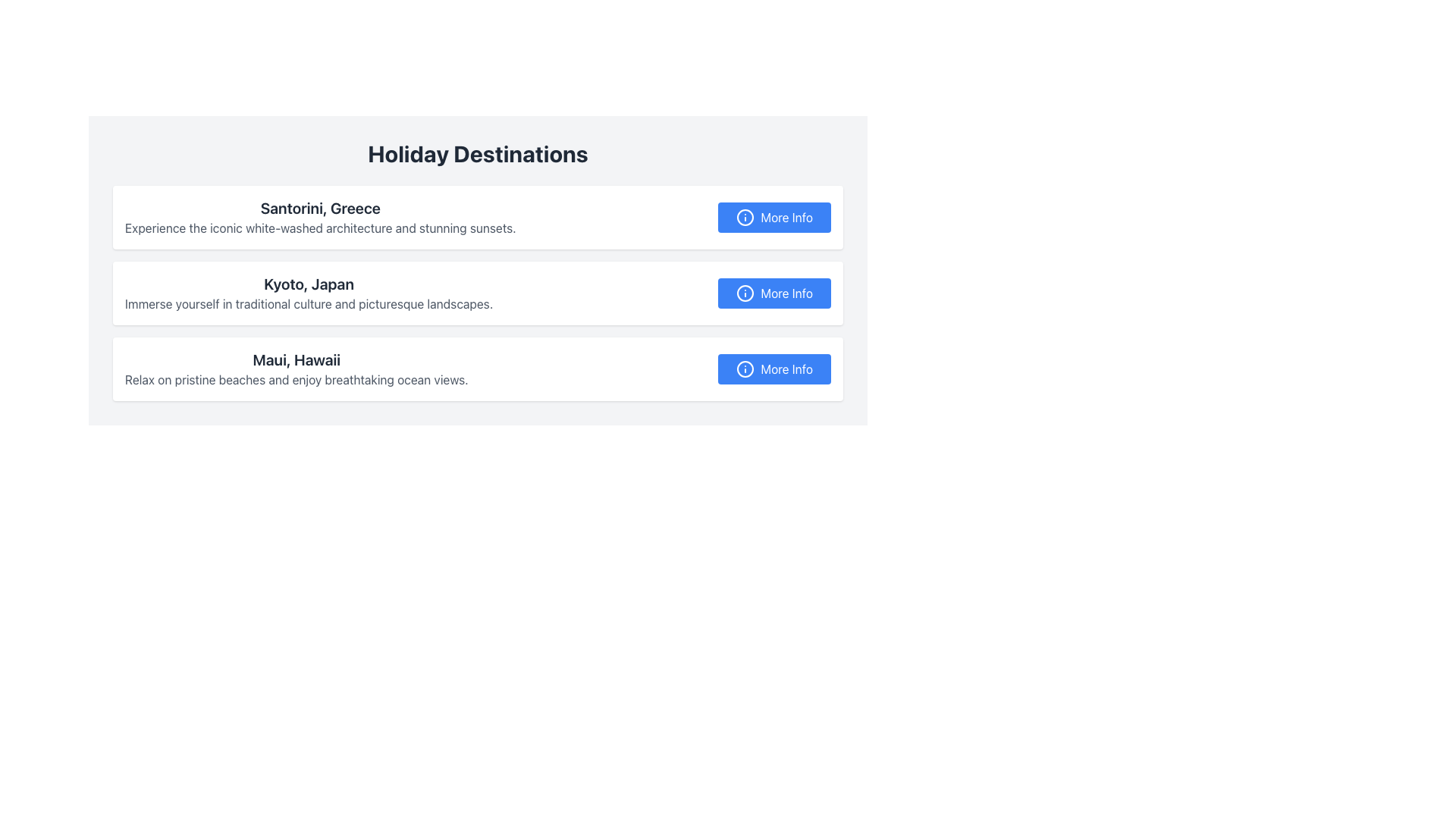 This screenshot has height=819, width=1456. Describe the element at coordinates (774, 369) in the screenshot. I see `the button located in the bottom row of the card displaying details about 'Maui, Hawaii'` at that location.